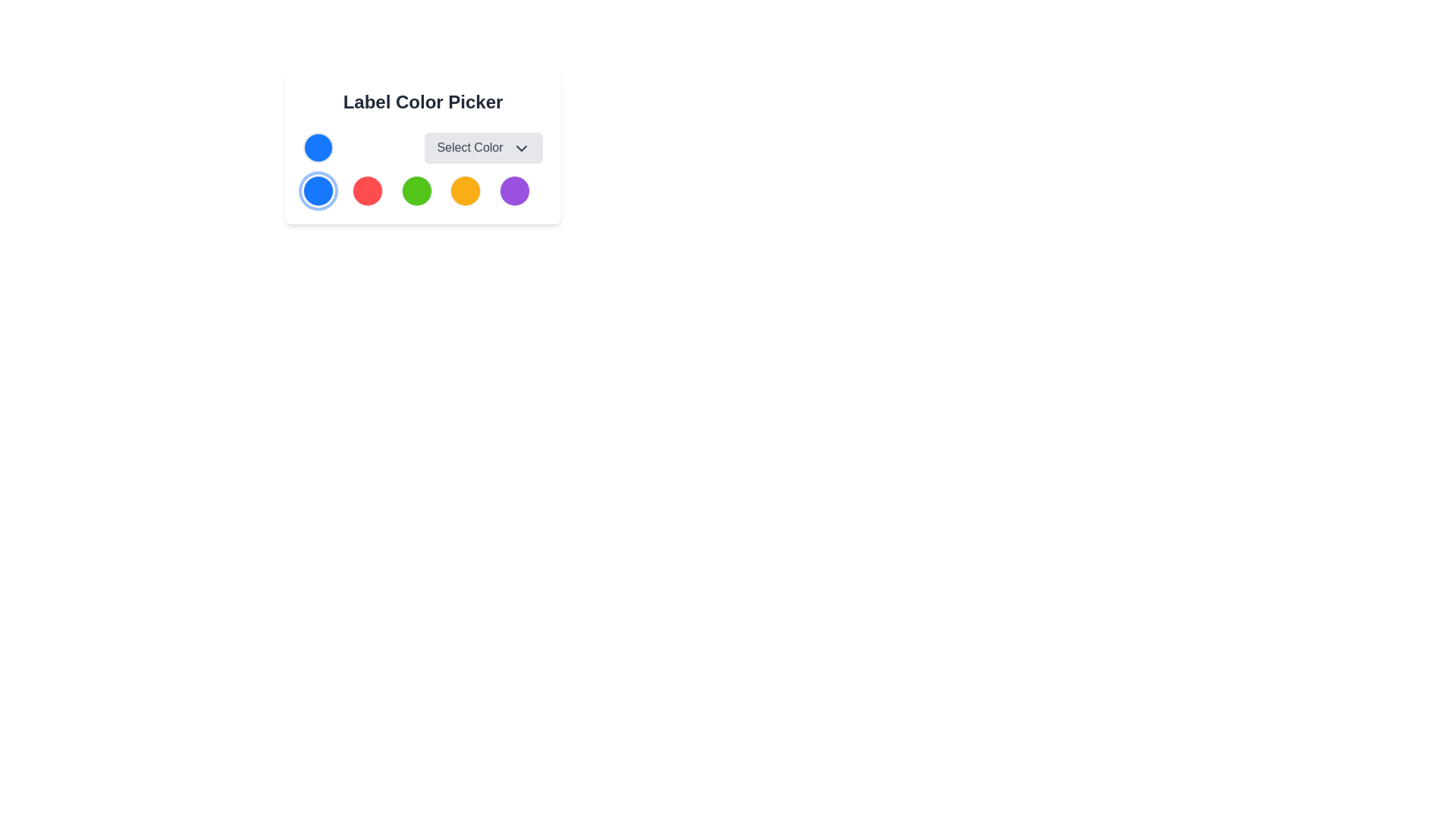 Image resolution: width=1456 pixels, height=819 pixels. What do you see at coordinates (318, 148) in the screenshot?
I see `the Color Selection Circle located at the leftmost position of the color picker` at bounding box center [318, 148].